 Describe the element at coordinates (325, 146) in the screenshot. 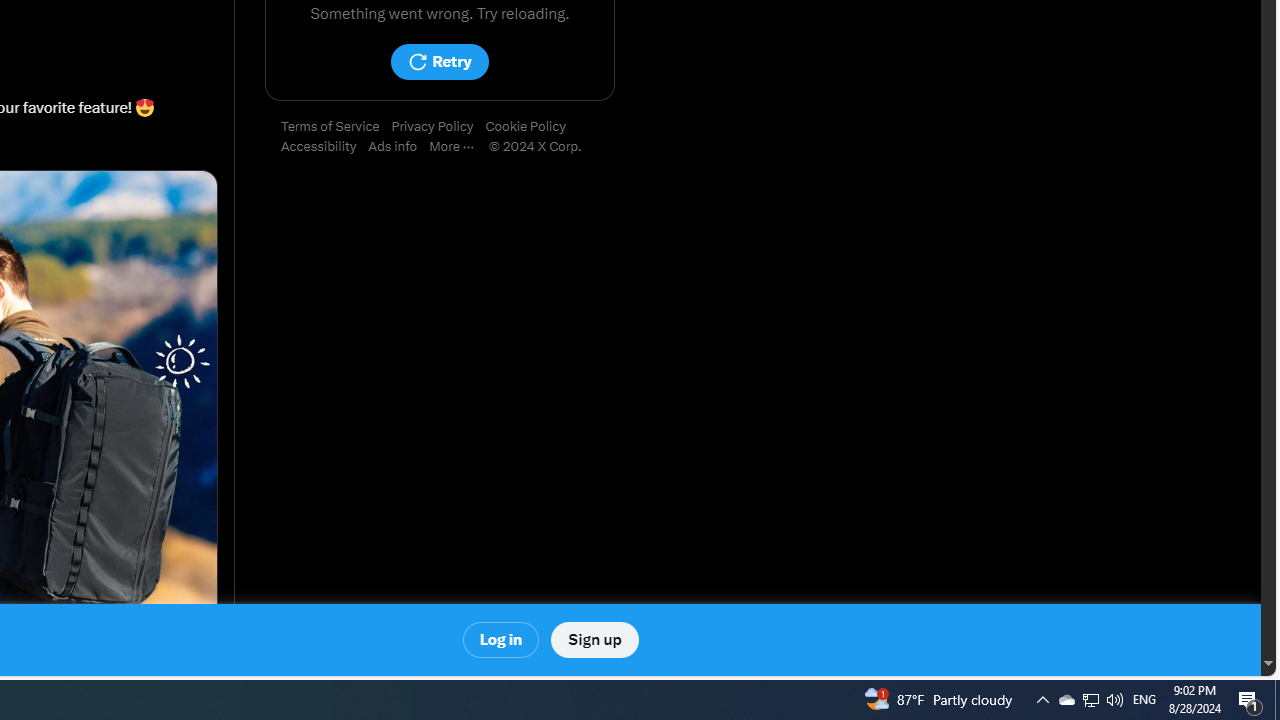

I see `'Accessibility'` at that location.